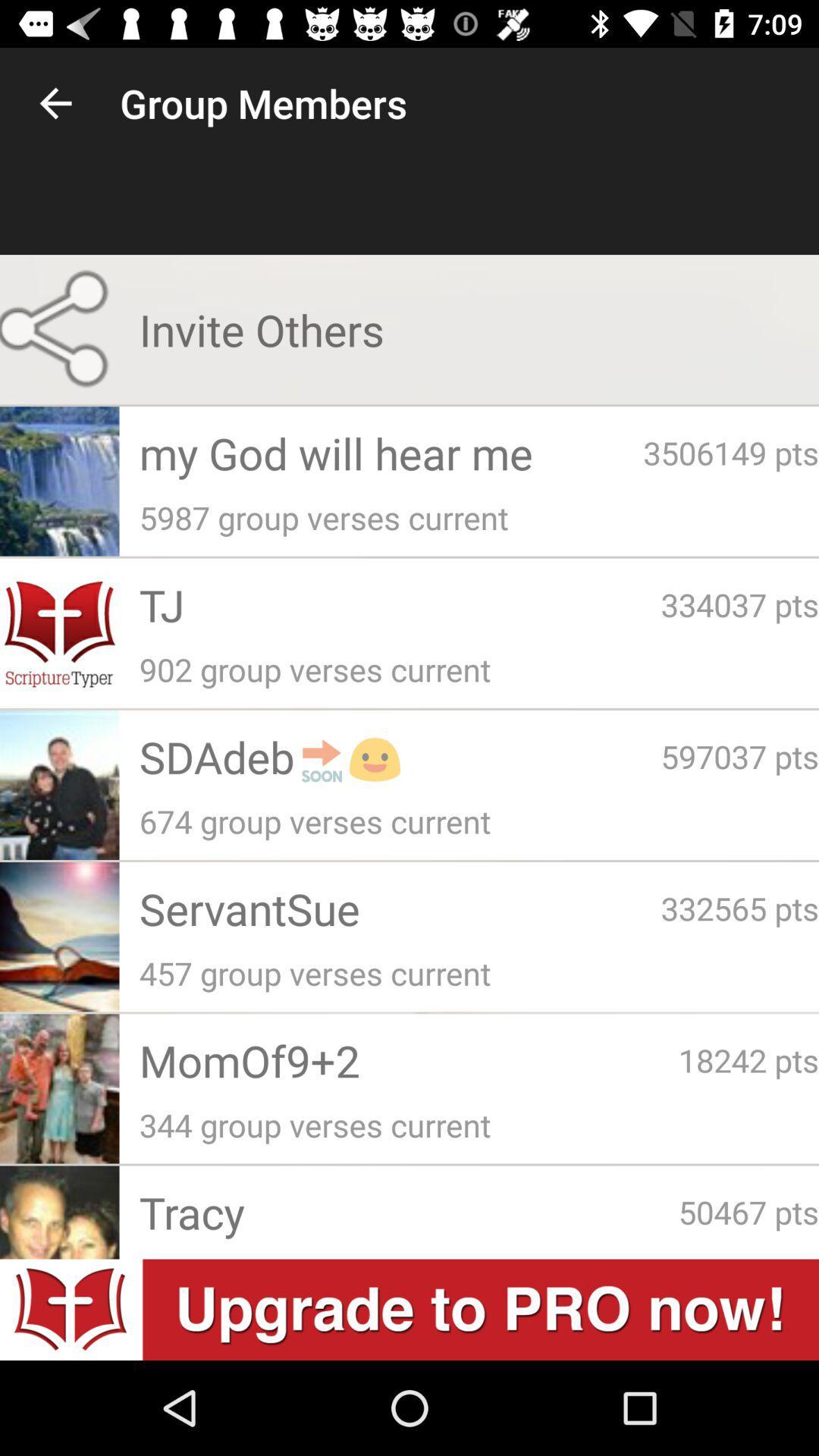 This screenshot has width=819, height=1456. Describe the element at coordinates (399, 908) in the screenshot. I see `the icon below 674 group verses app` at that location.